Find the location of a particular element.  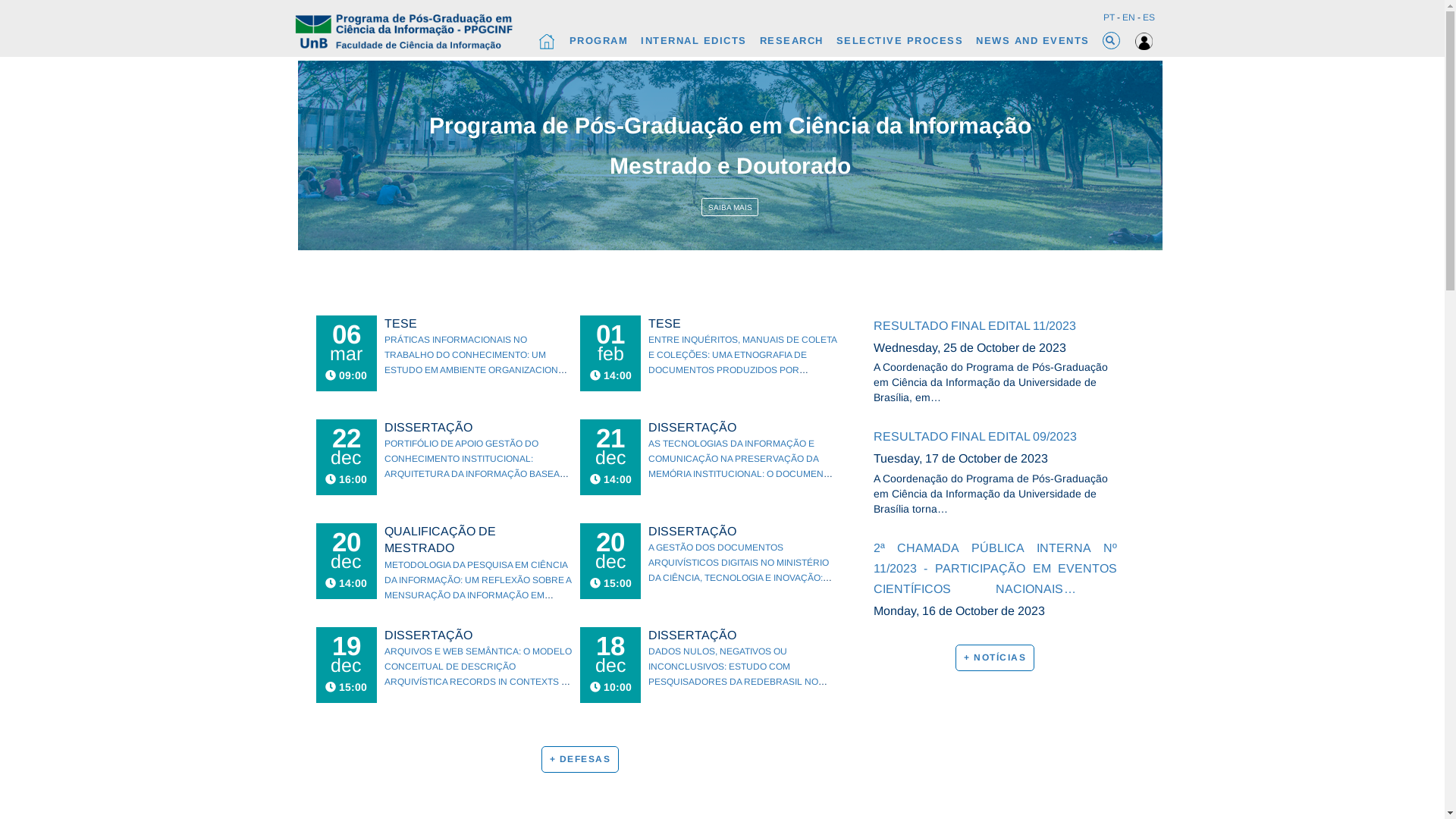

'RESEARCH' is located at coordinates (760, 39).